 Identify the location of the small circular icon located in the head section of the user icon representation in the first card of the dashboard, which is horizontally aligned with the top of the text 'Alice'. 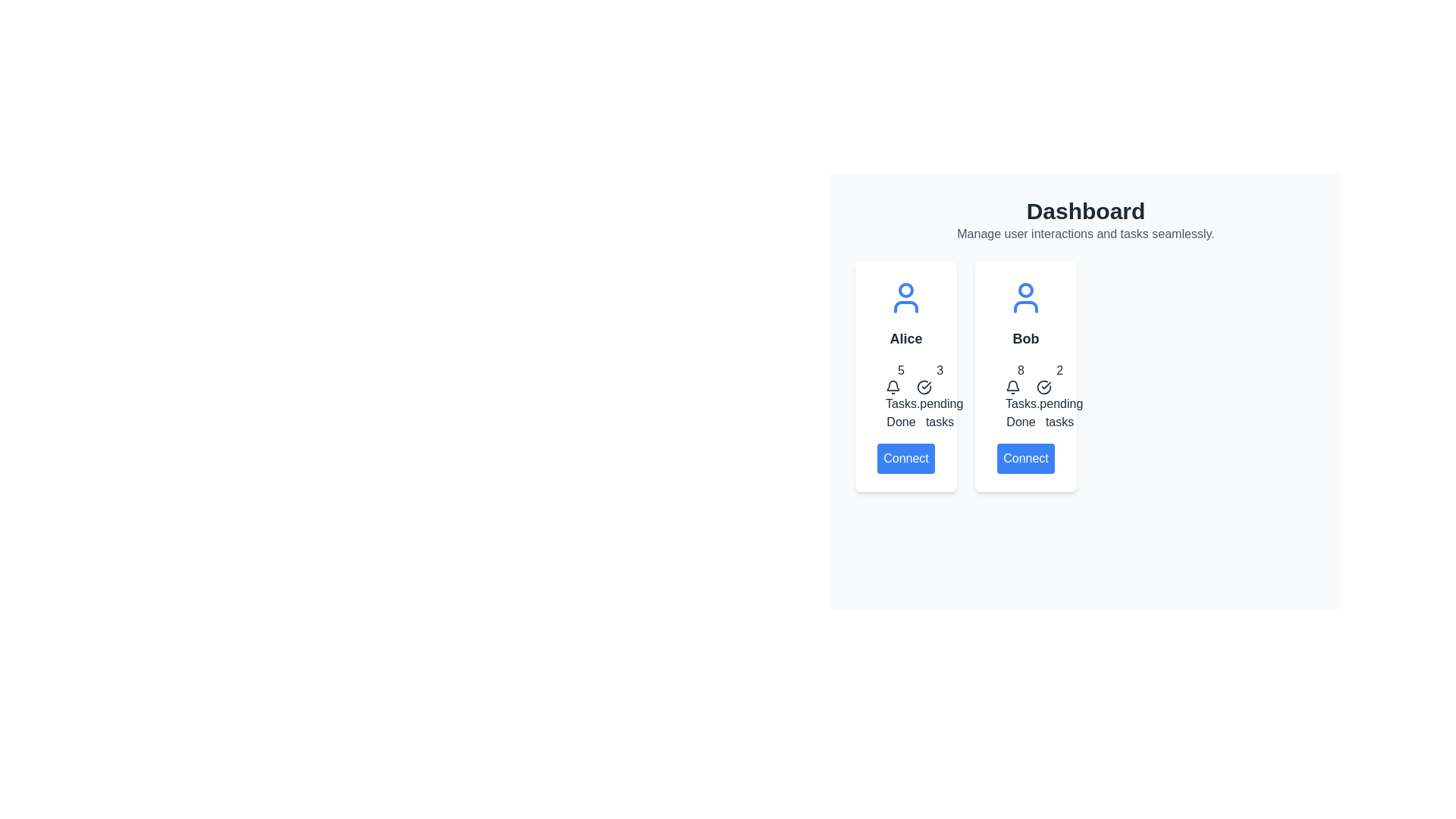
(906, 290).